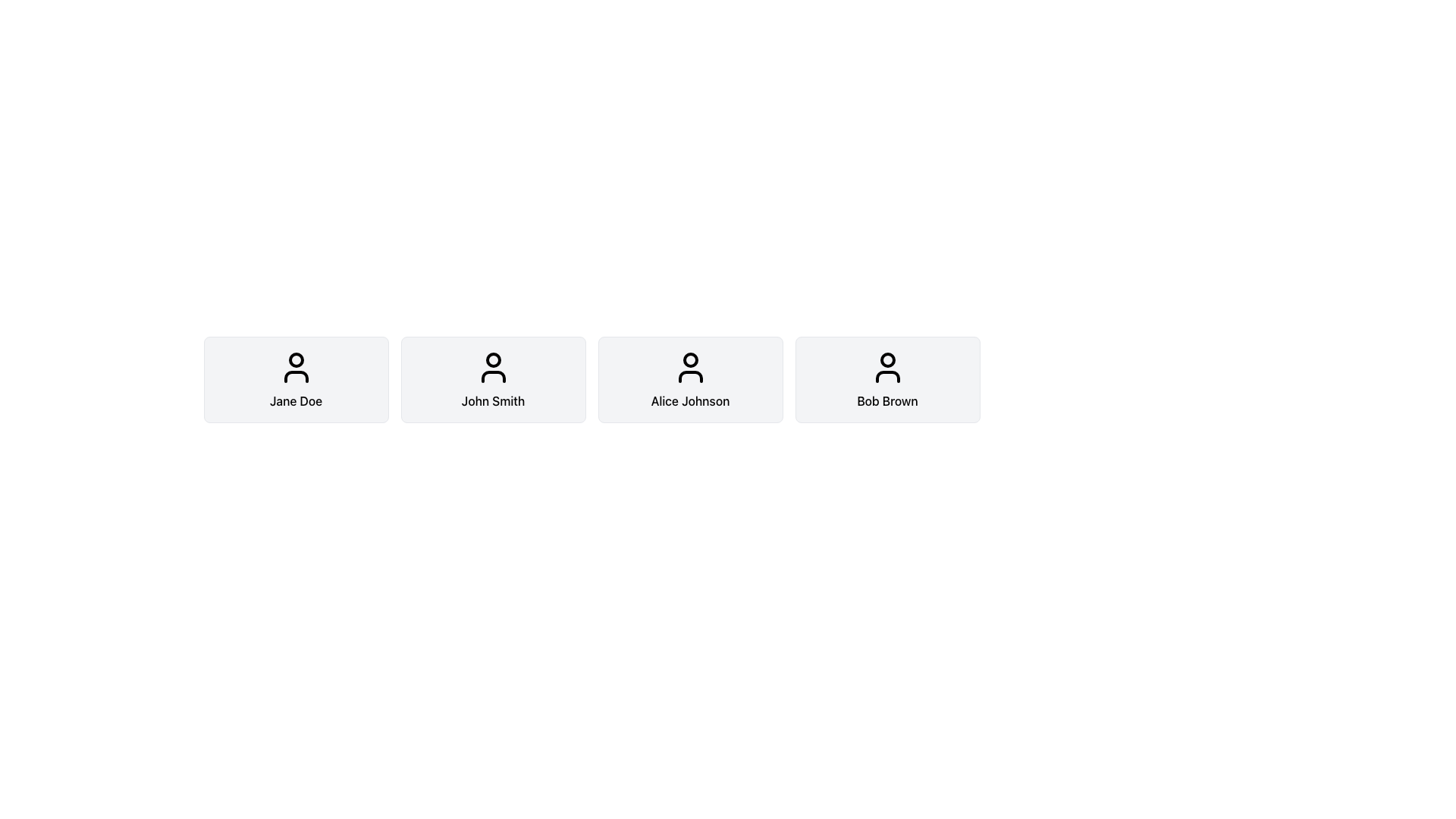 This screenshot has width=1456, height=819. What do you see at coordinates (689, 400) in the screenshot?
I see `the text element displaying the name 'Alice Johnson'` at bounding box center [689, 400].